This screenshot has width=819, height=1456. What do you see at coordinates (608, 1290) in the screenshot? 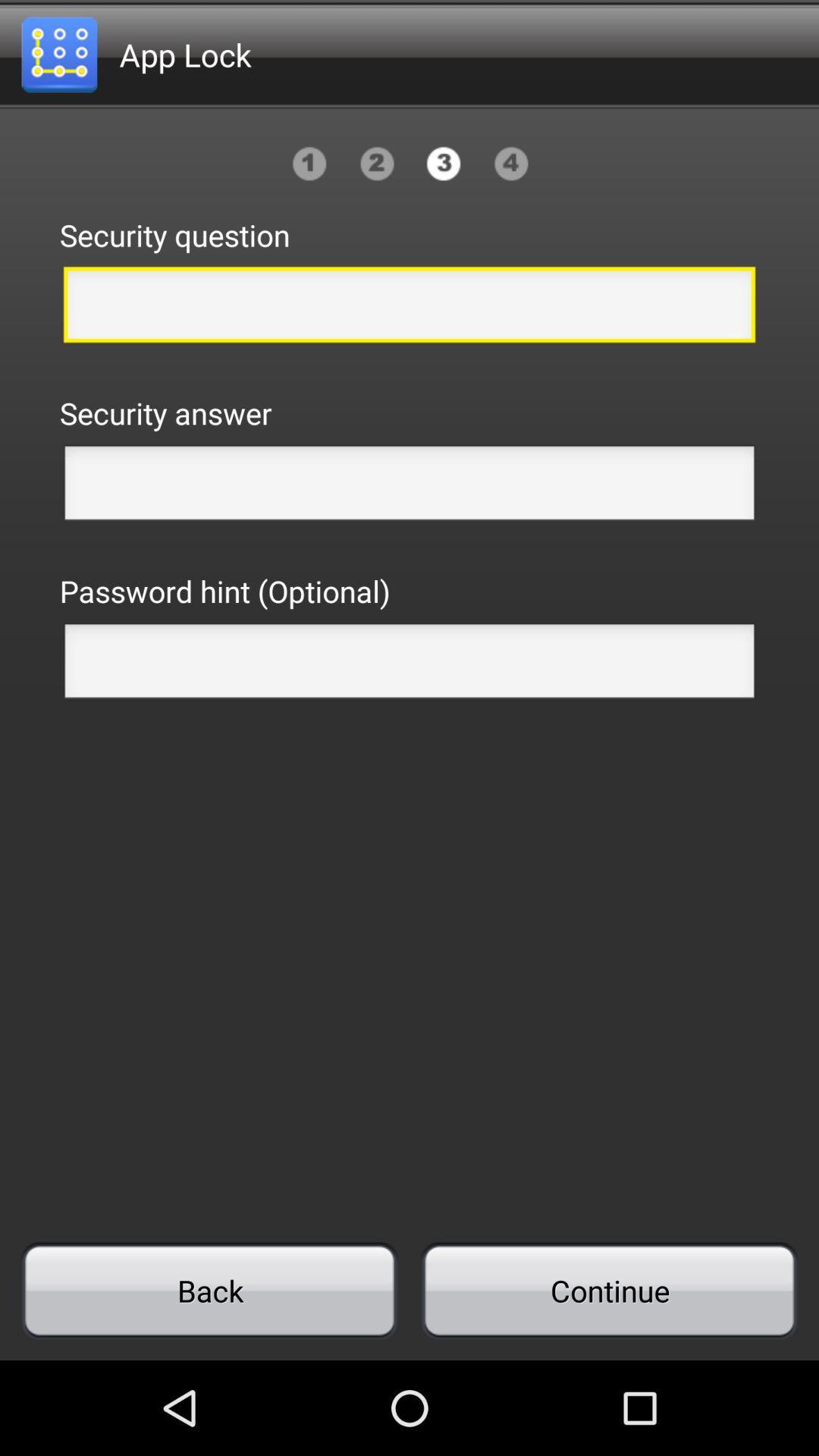
I see `item next to the back` at bounding box center [608, 1290].